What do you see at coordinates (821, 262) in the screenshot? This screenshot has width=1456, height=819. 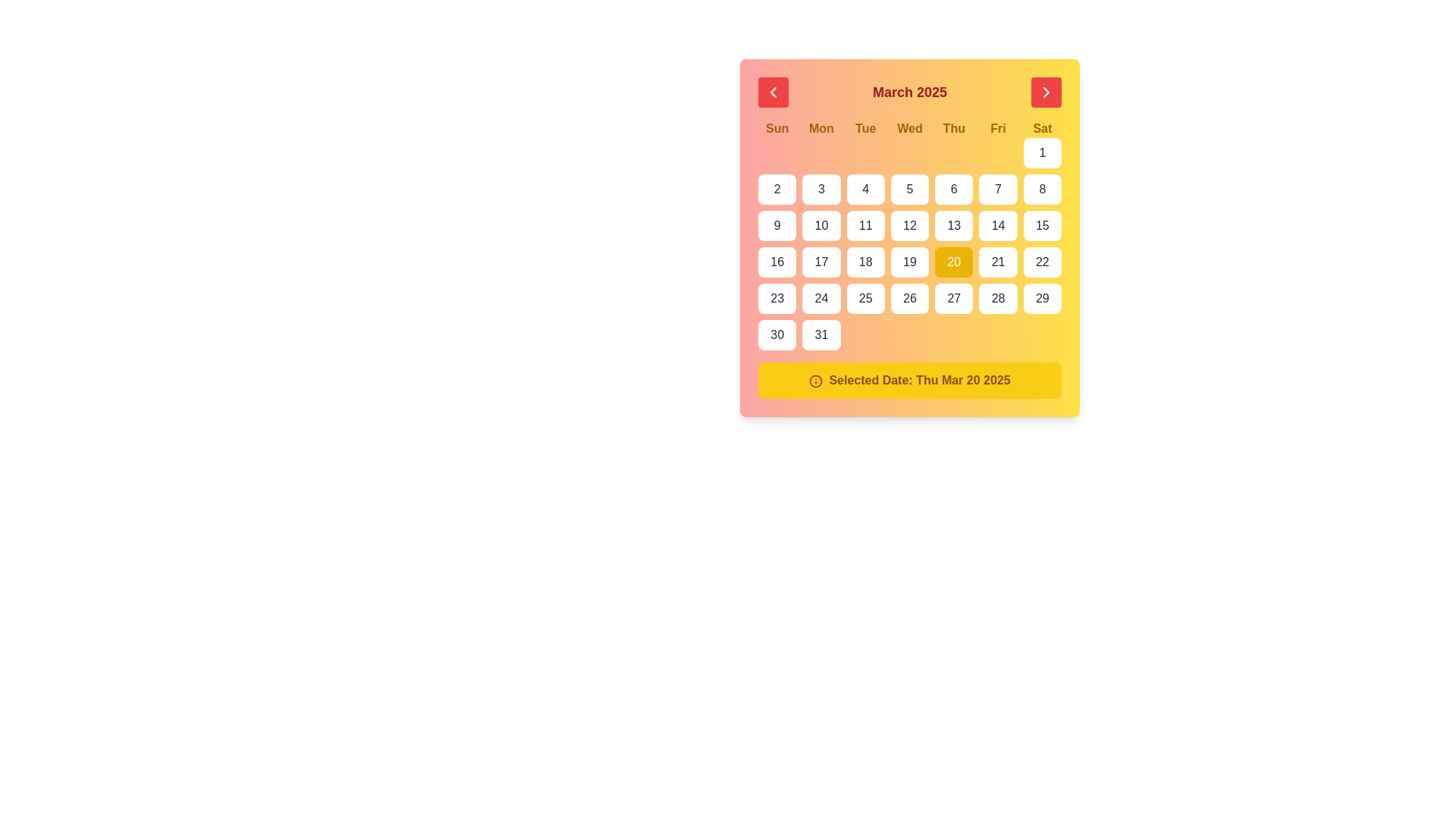 I see `the square interactive button with a white background and the number '17' in bold gray text` at bounding box center [821, 262].